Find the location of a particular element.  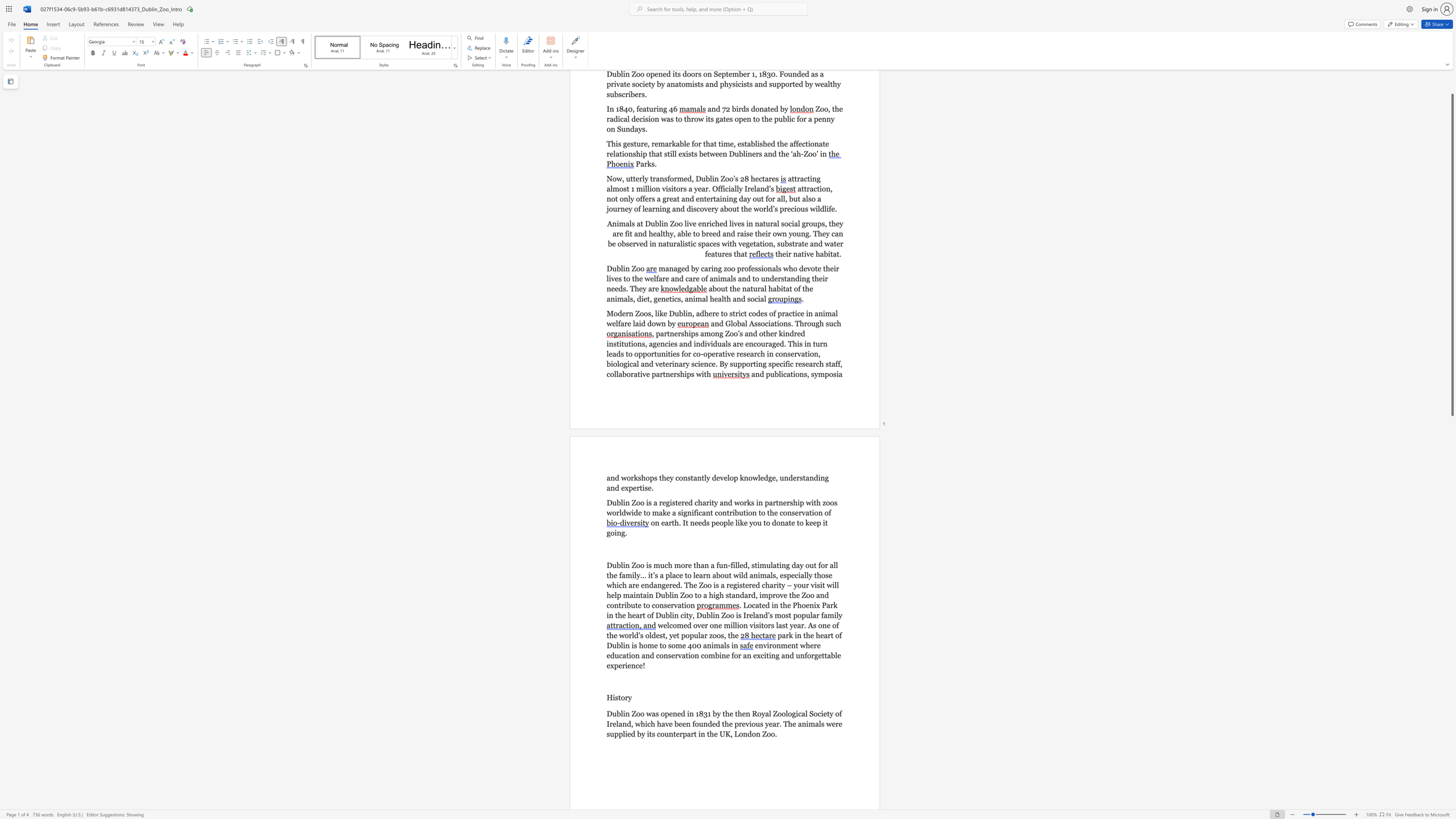

the subset text "cious wildlif" within the text "a great and entertaining day out for all, but also a journey of learning and discovery about the world’s precious wildlife" is located at coordinates (791, 209).